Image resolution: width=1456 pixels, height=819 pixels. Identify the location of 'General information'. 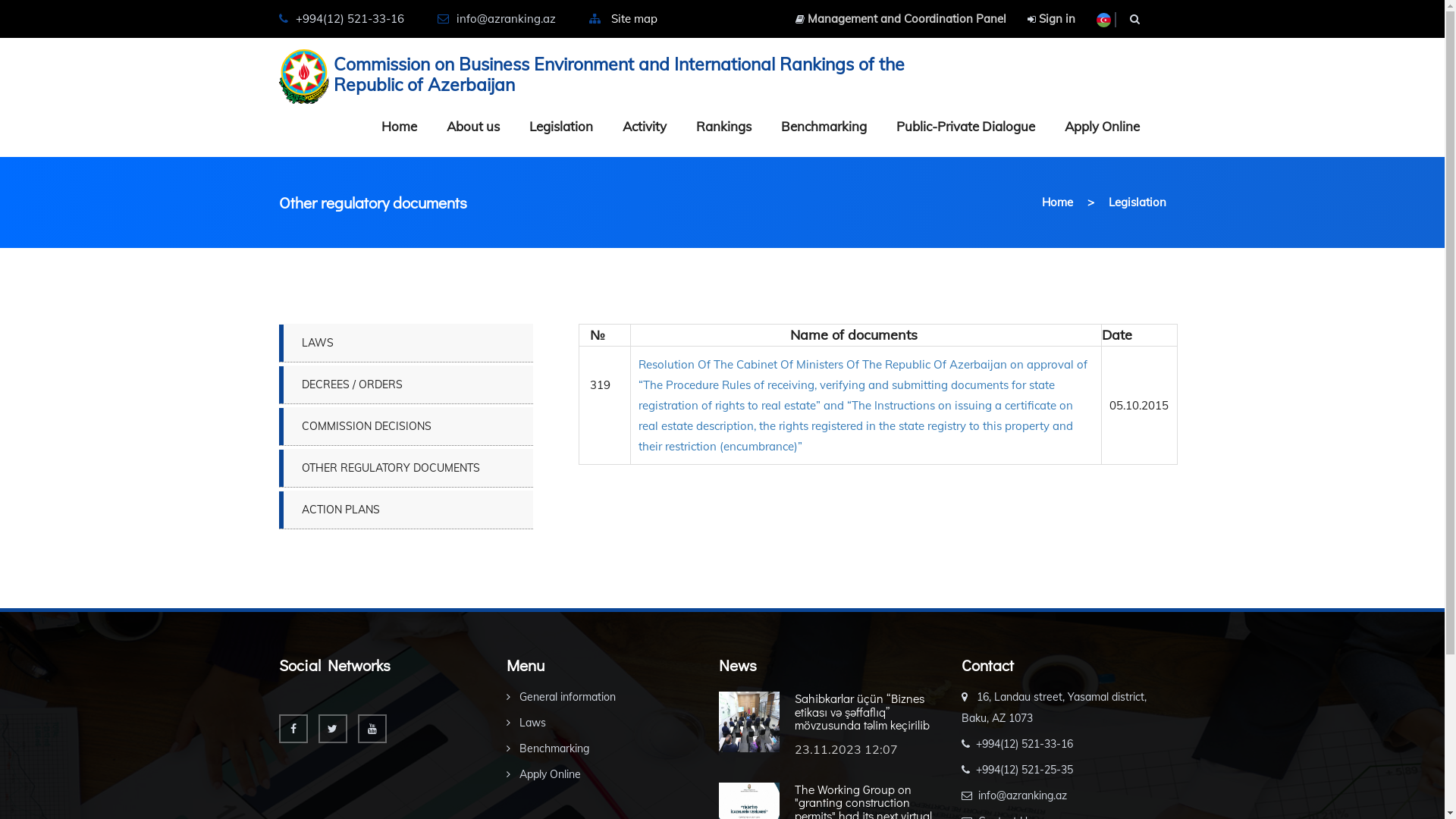
(560, 696).